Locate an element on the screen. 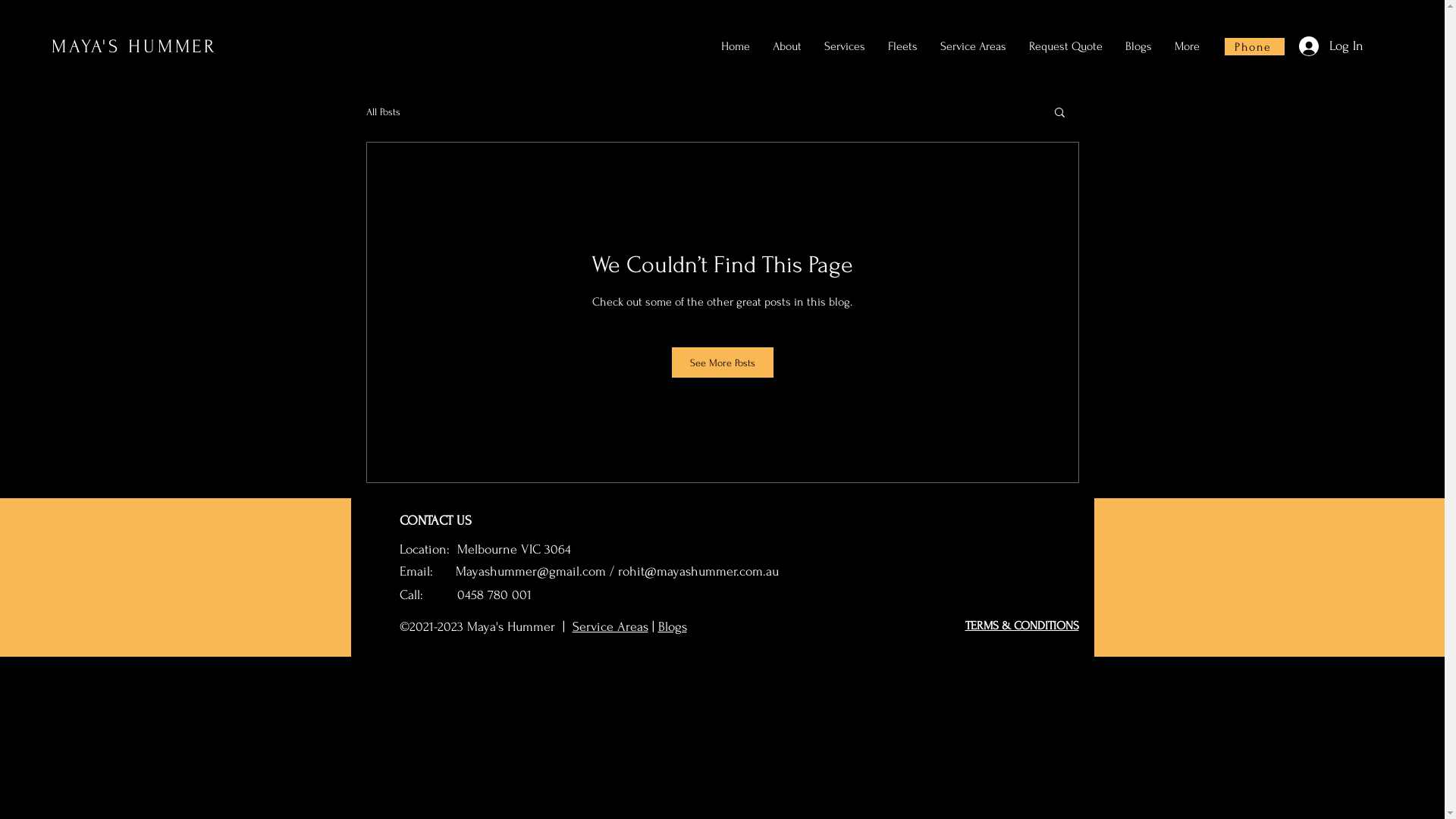 Image resolution: width=1456 pixels, height=819 pixels. 'Home' is located at coordinates (735, 45).